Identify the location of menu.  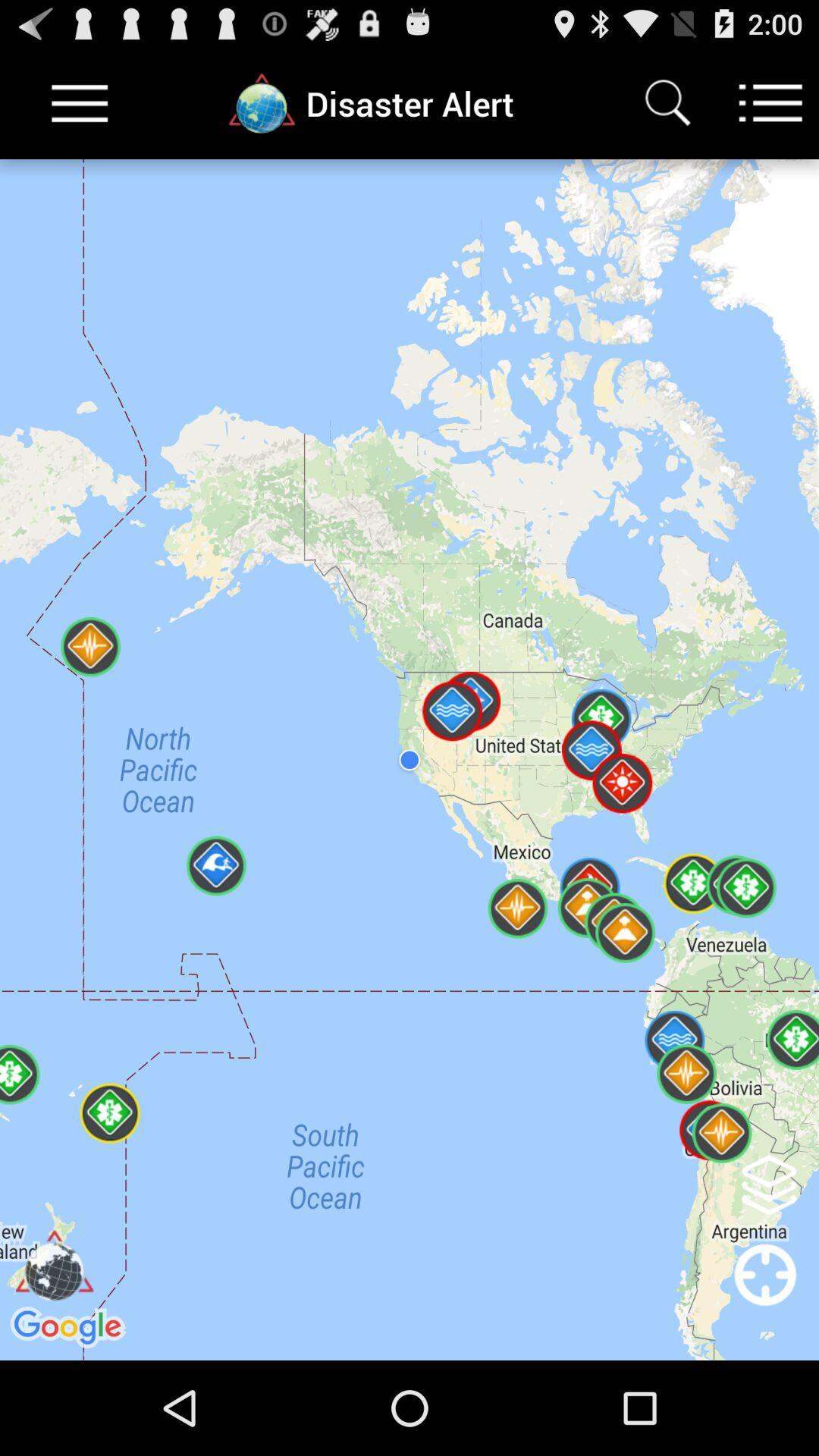
(770, 102).